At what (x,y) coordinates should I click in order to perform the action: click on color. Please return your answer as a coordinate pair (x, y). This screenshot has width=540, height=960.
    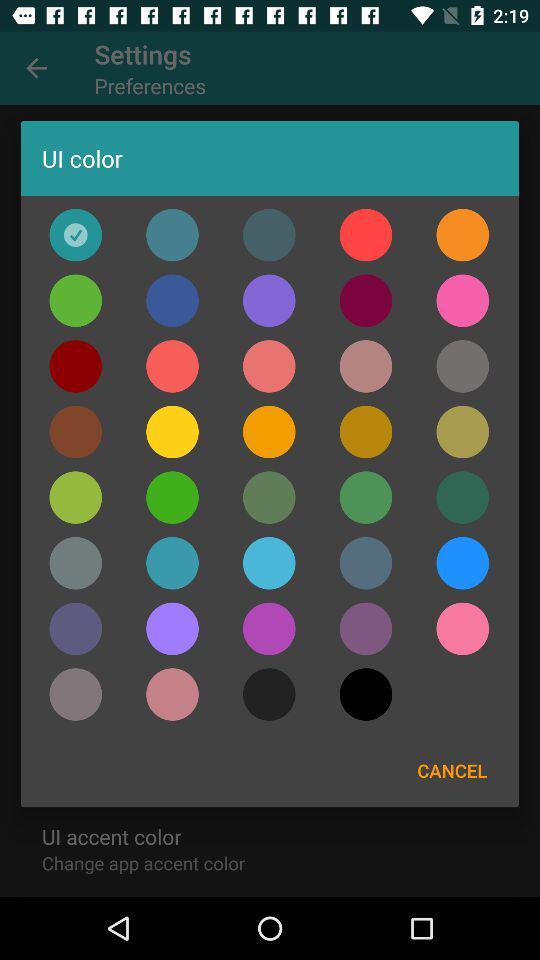
    Looking at the image, I should click on (269, 627).